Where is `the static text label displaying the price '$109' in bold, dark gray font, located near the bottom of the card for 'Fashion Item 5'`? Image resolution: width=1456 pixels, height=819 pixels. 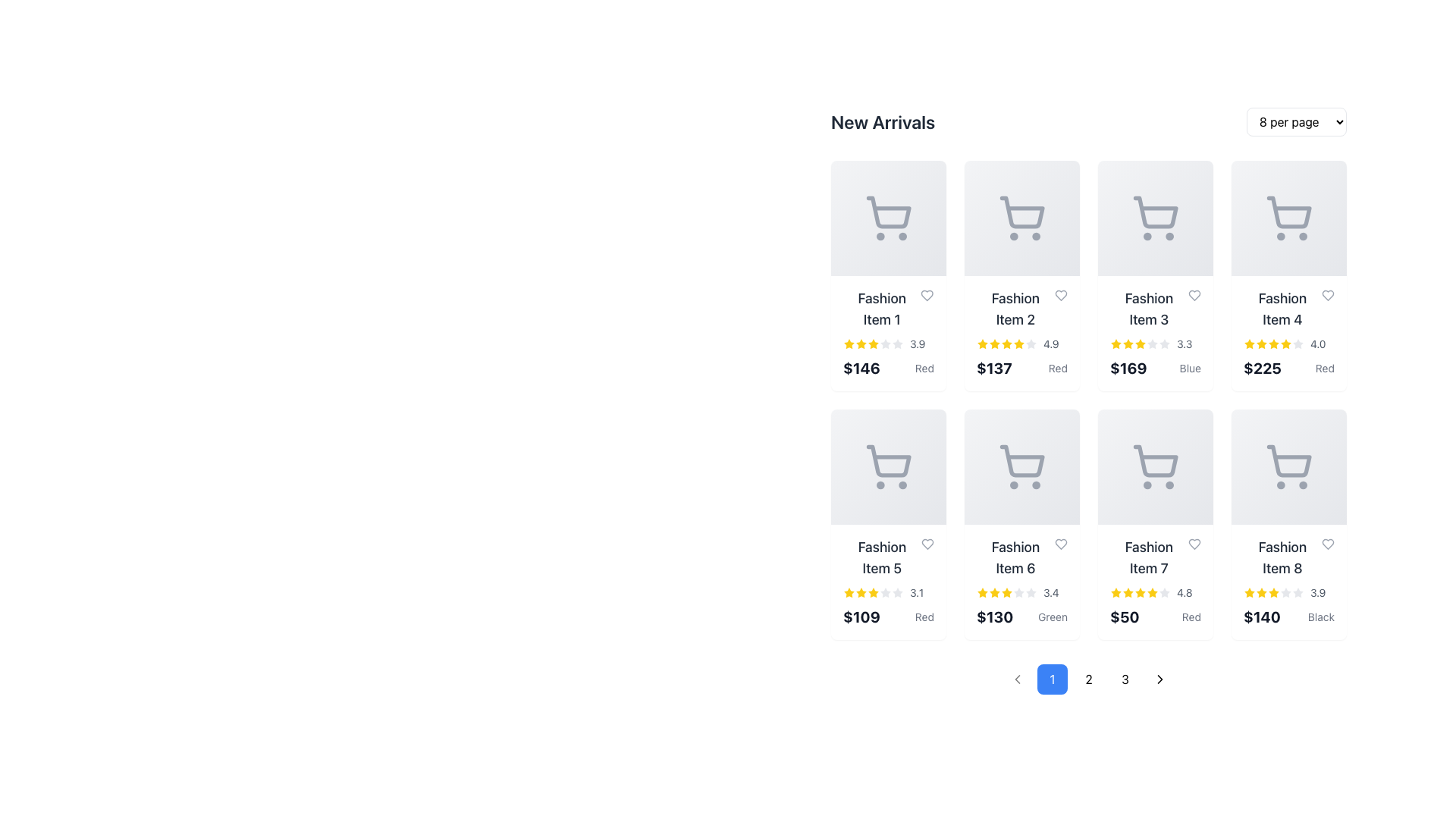 the static text label displaying the price '$109' in bold, dark gray font, located near the bottom of the card for 'Fashion Item 5' is located at coordinates (861, 617).